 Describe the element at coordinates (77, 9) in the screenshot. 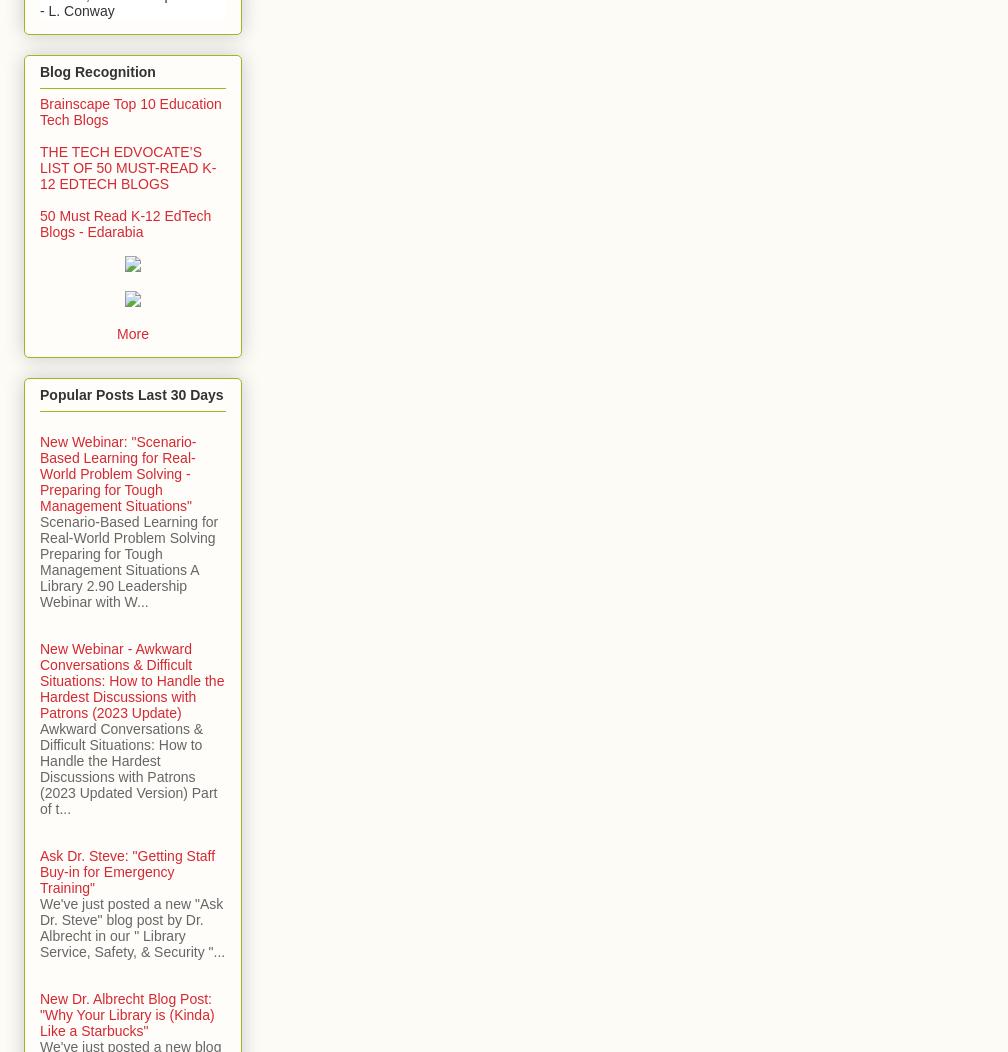

I see `'- L. Conway'` at that location.